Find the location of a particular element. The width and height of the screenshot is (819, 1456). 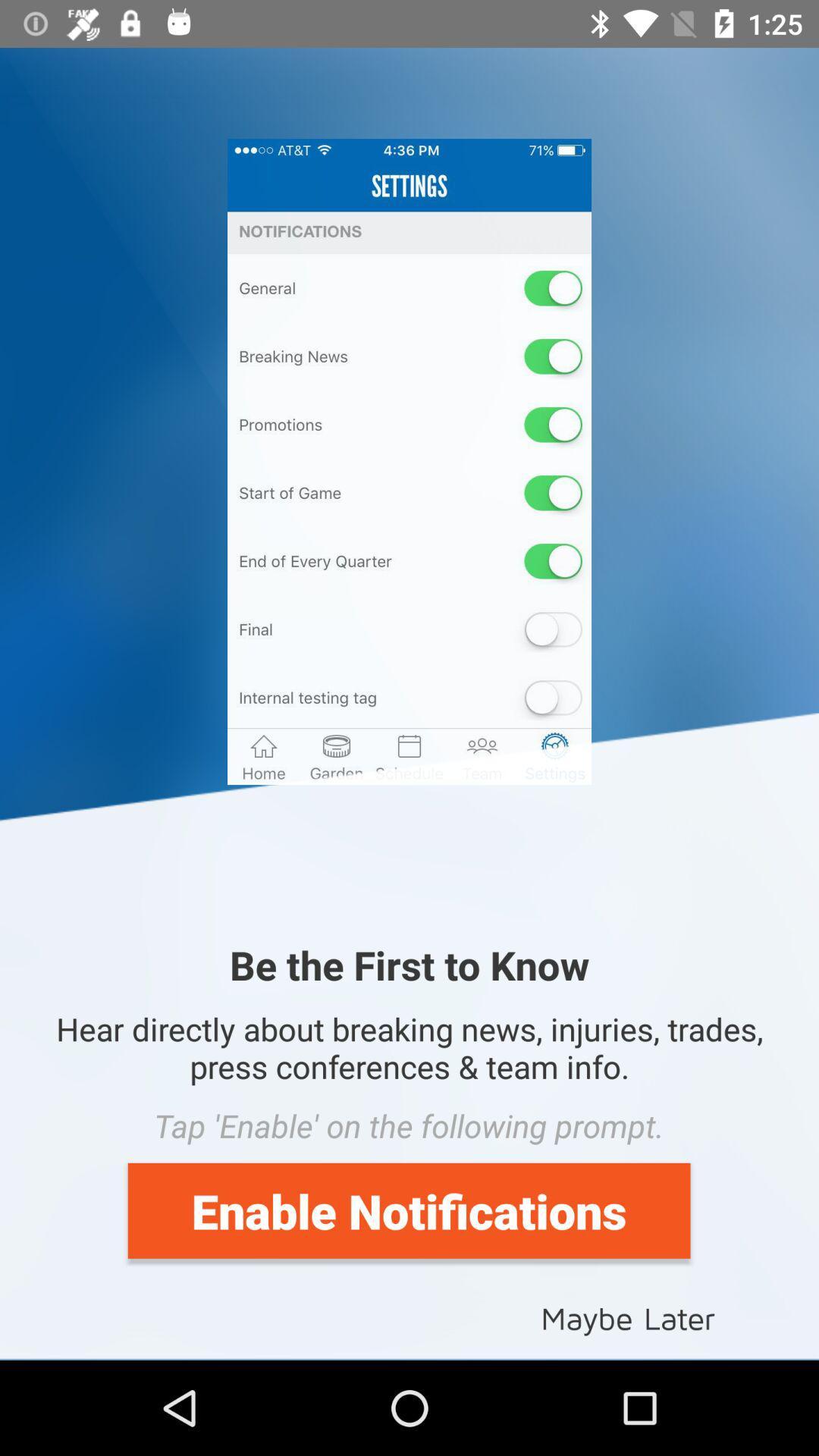

maybe later at the bottom right corner is located at coordinates (628, 1316).